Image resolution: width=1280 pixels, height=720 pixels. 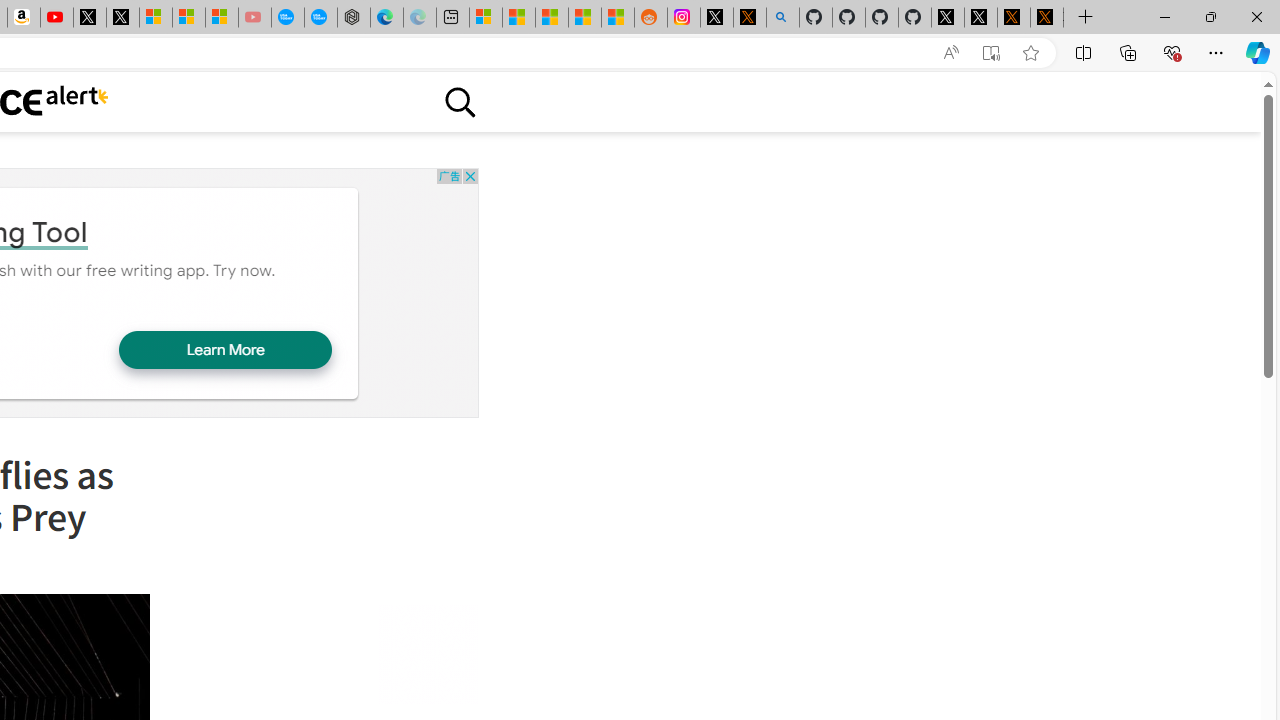 I want to click on 'Microsoft account | Microsoft Account Privacy Settings', so click(x=485, y=17).